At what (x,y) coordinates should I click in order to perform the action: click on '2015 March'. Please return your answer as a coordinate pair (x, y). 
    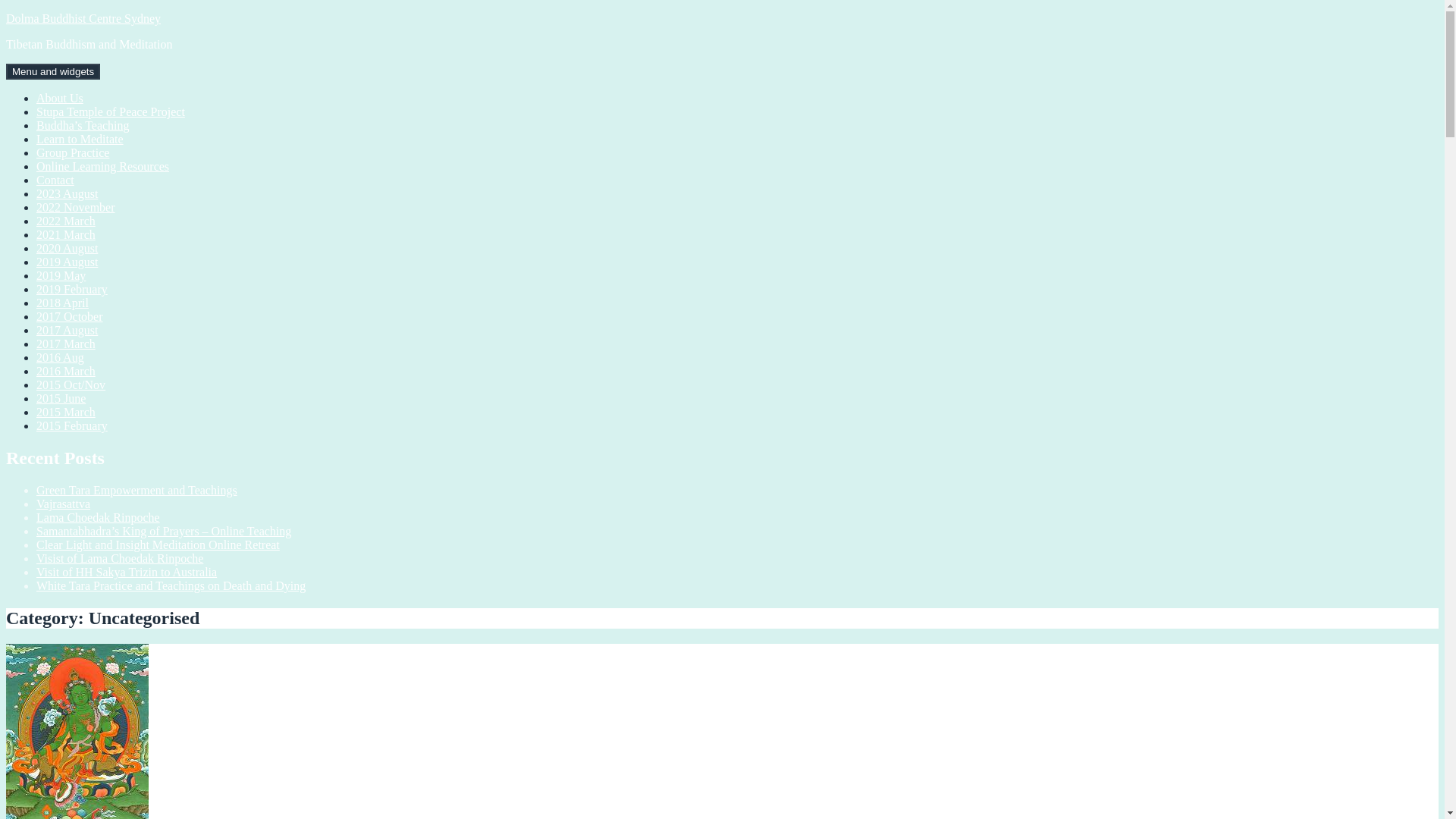
    Looking at the image, I should click on (36, 412).